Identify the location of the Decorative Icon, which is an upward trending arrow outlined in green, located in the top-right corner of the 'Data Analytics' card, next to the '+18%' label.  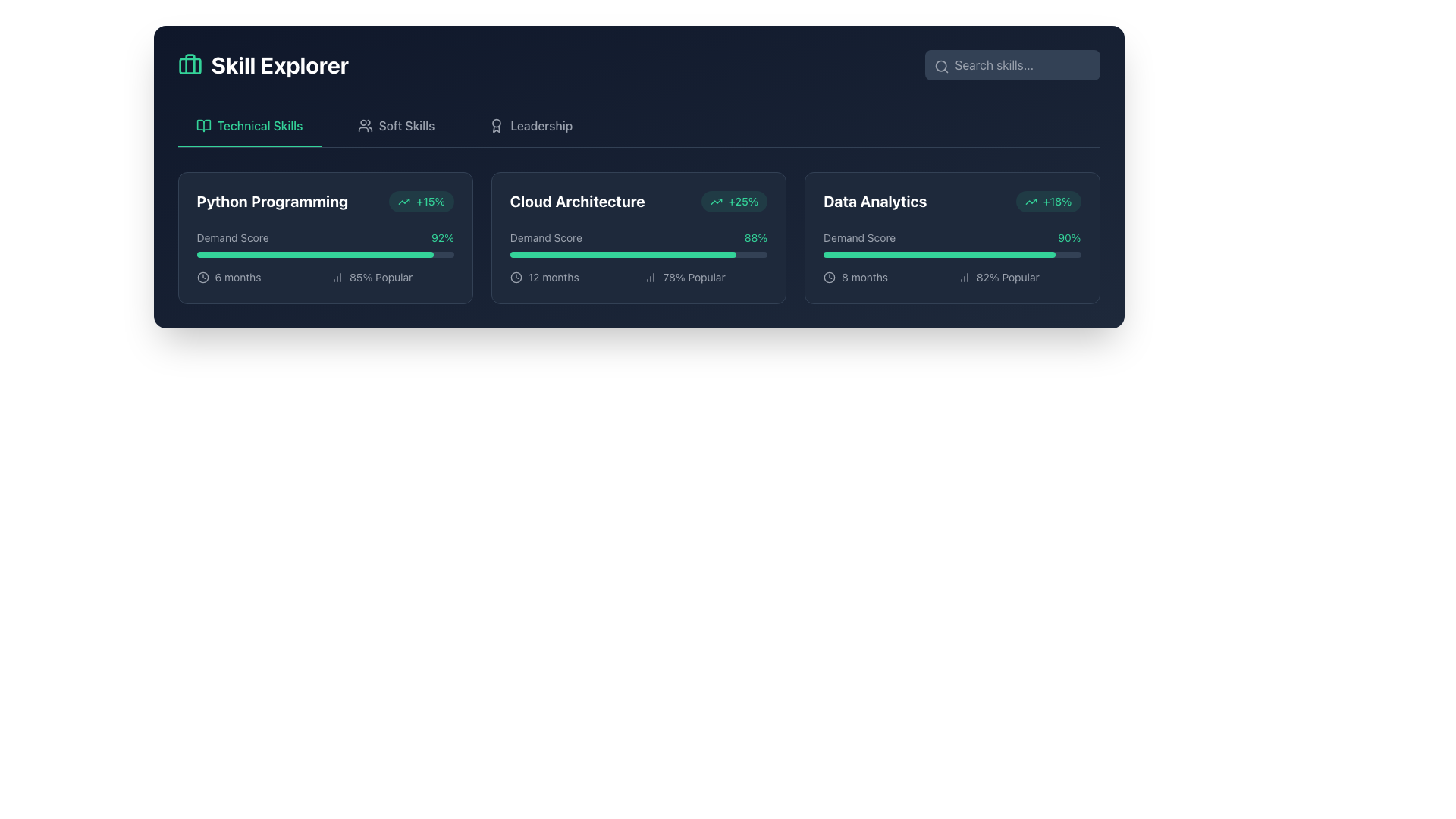
(1031, 201).